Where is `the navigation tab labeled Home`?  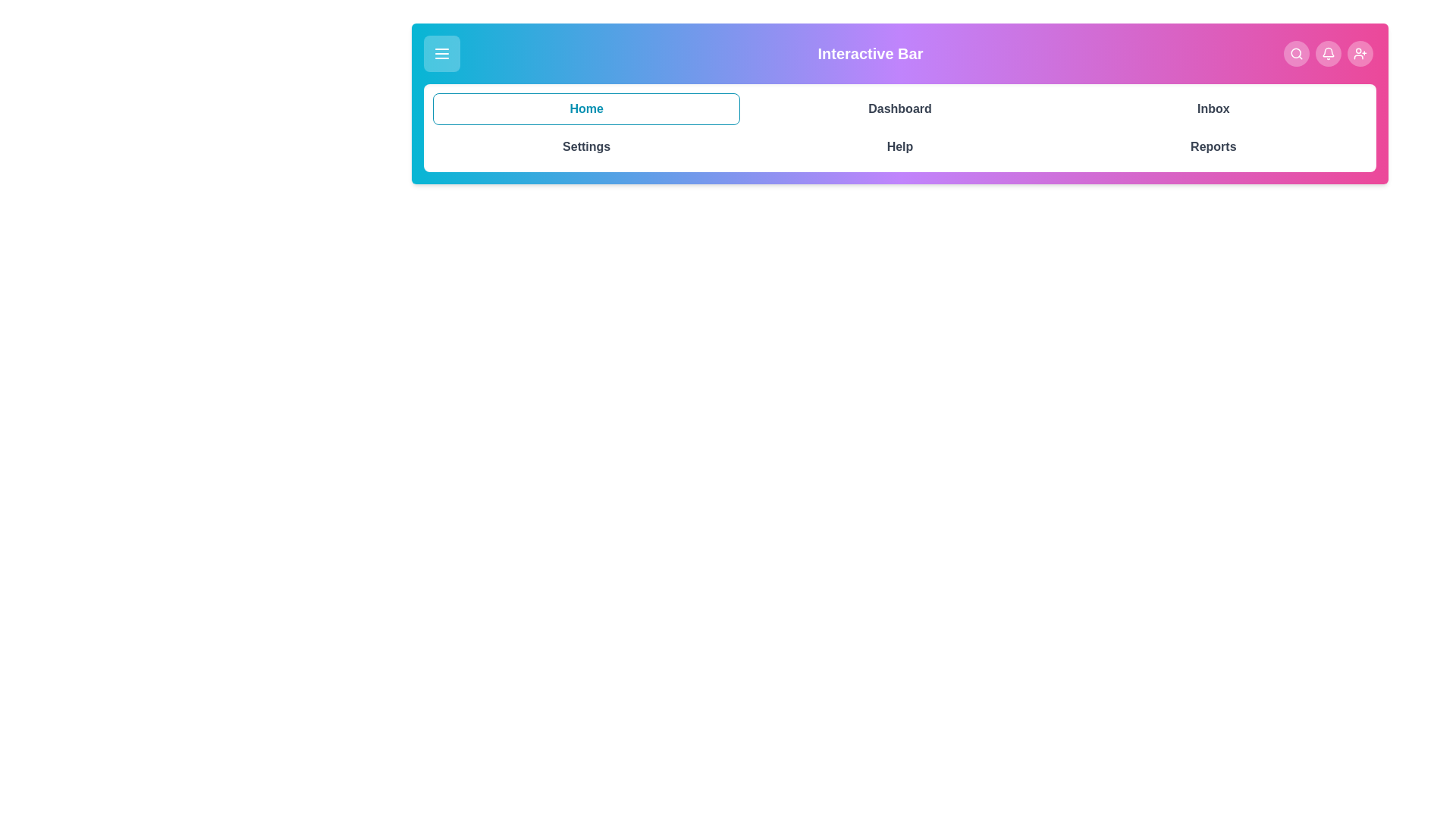 the navigation tab labeled Home is located at coordinates (585, 108).